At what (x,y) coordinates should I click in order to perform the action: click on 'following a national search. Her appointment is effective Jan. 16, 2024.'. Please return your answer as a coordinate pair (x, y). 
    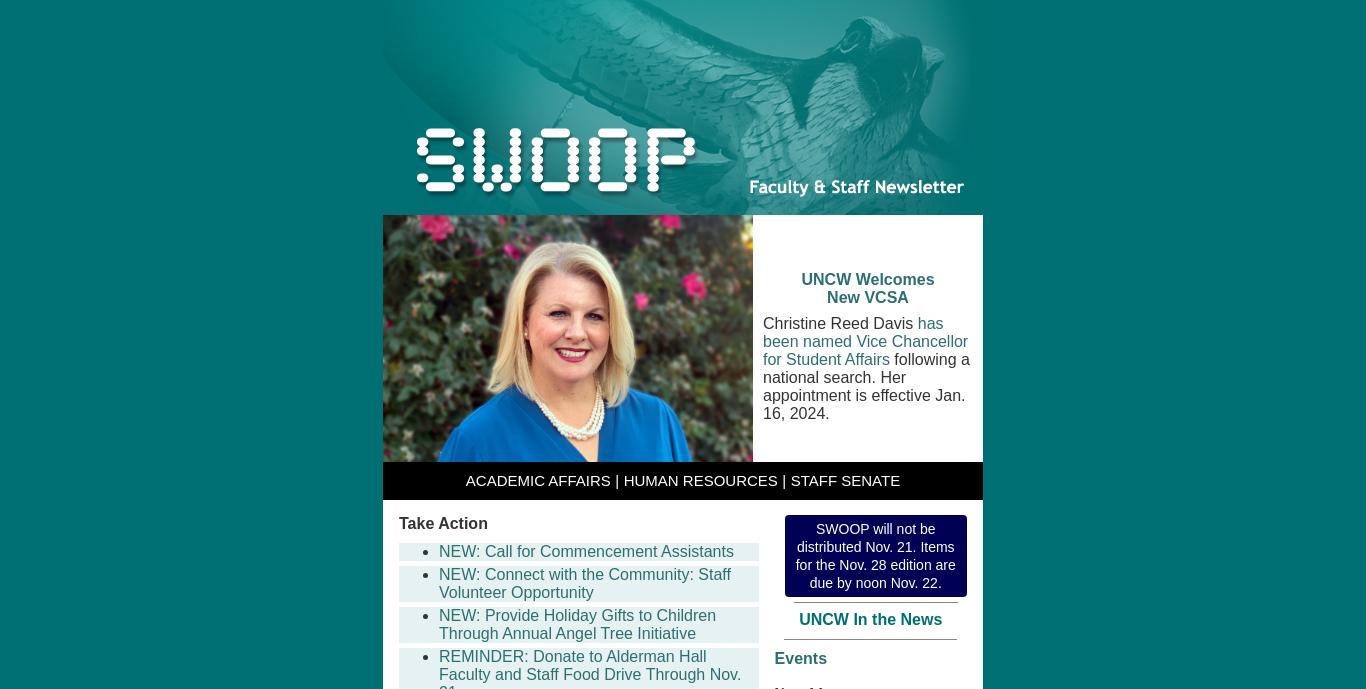
    Looking at the image, I should click on (865, 386).